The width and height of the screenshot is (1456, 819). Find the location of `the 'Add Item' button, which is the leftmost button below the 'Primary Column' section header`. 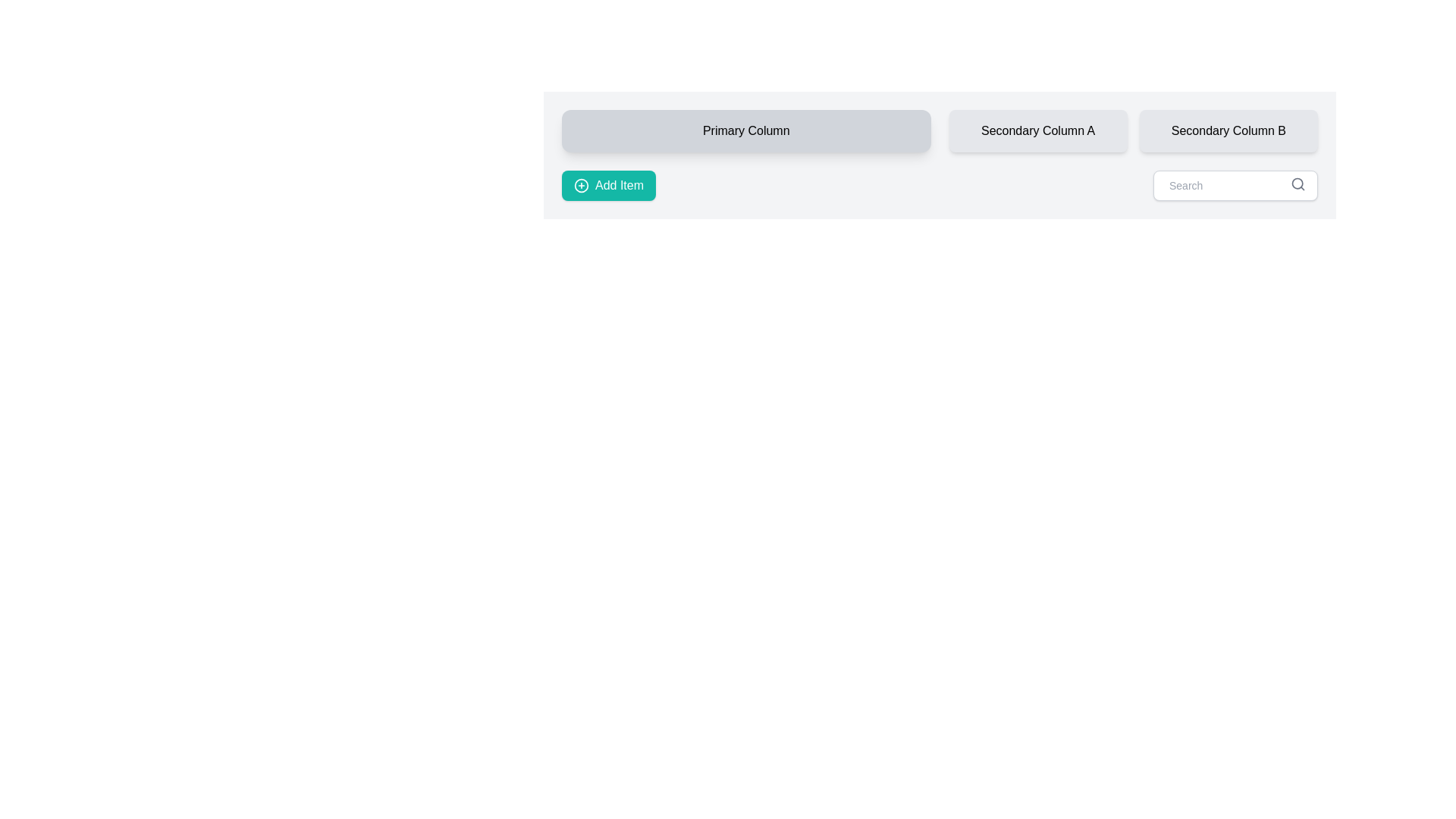

the 'Add Item' button, which is the leftmost button below the 'Primary Column' section header is located at coordinates (608, 185).